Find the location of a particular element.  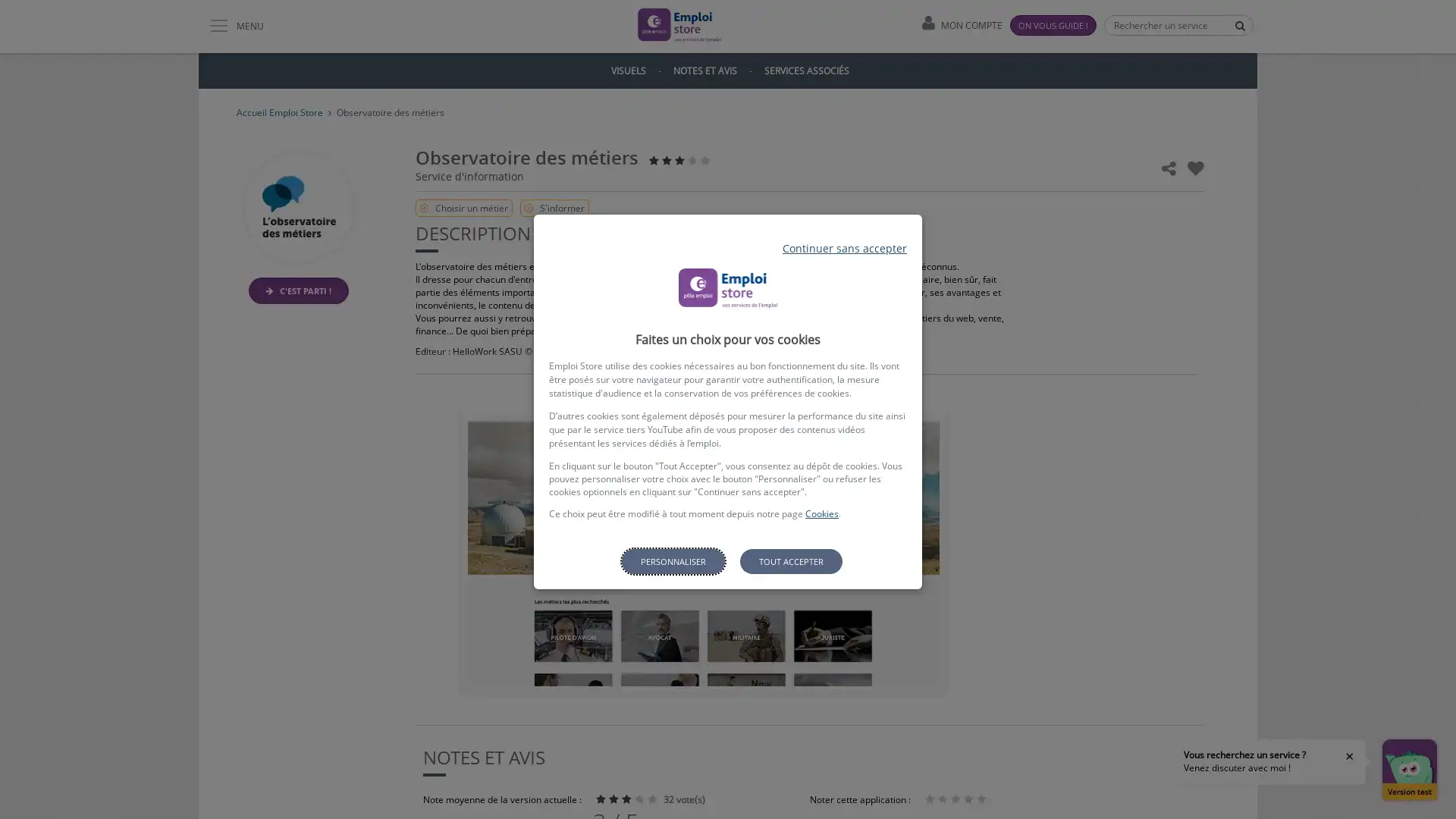

Ouvrir la fenetre de discussion Version test is located at coordinates (1408, 769).